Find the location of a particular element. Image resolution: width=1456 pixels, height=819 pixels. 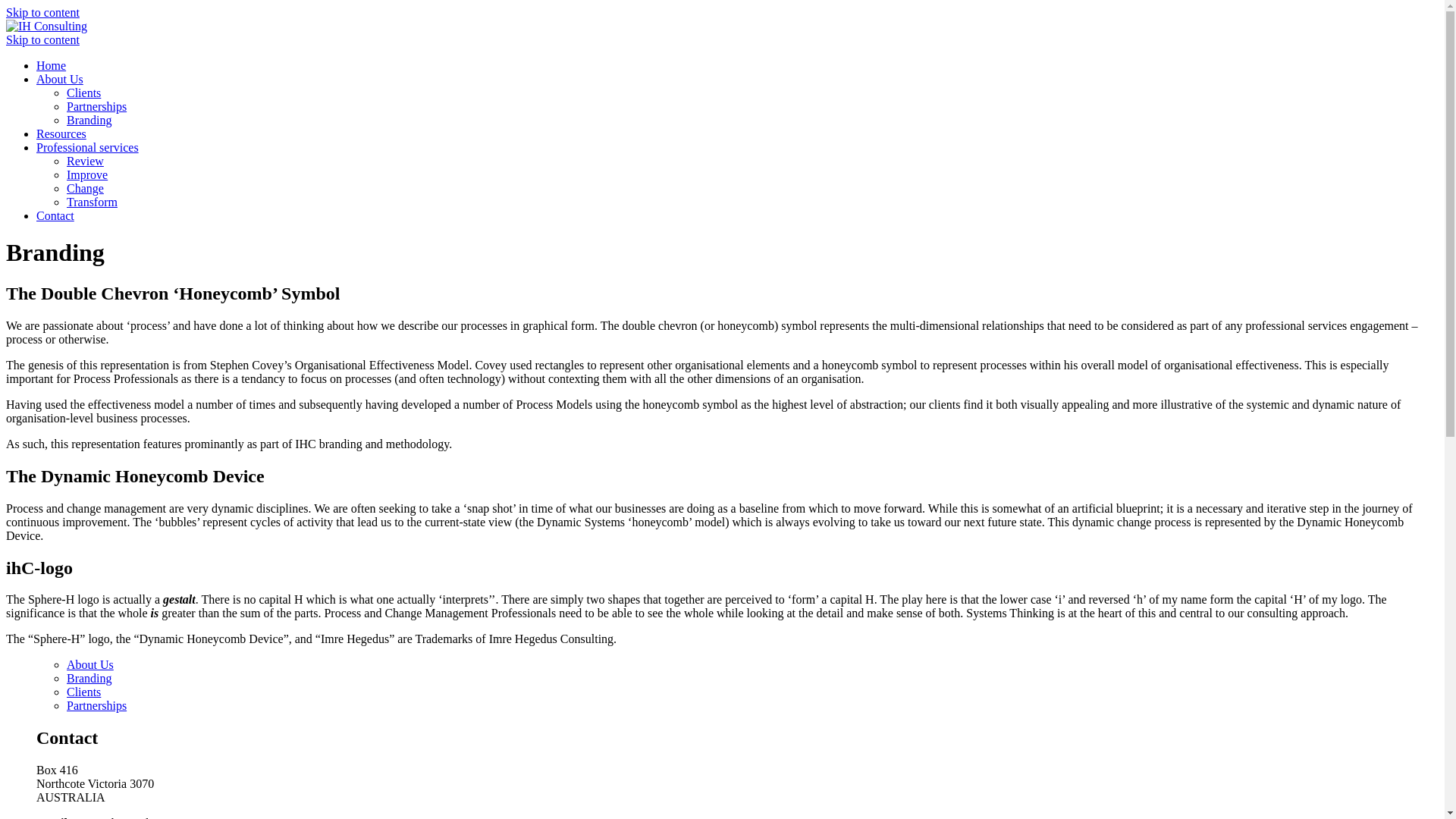

'Partnerships' is located at coordinates (96, 705).